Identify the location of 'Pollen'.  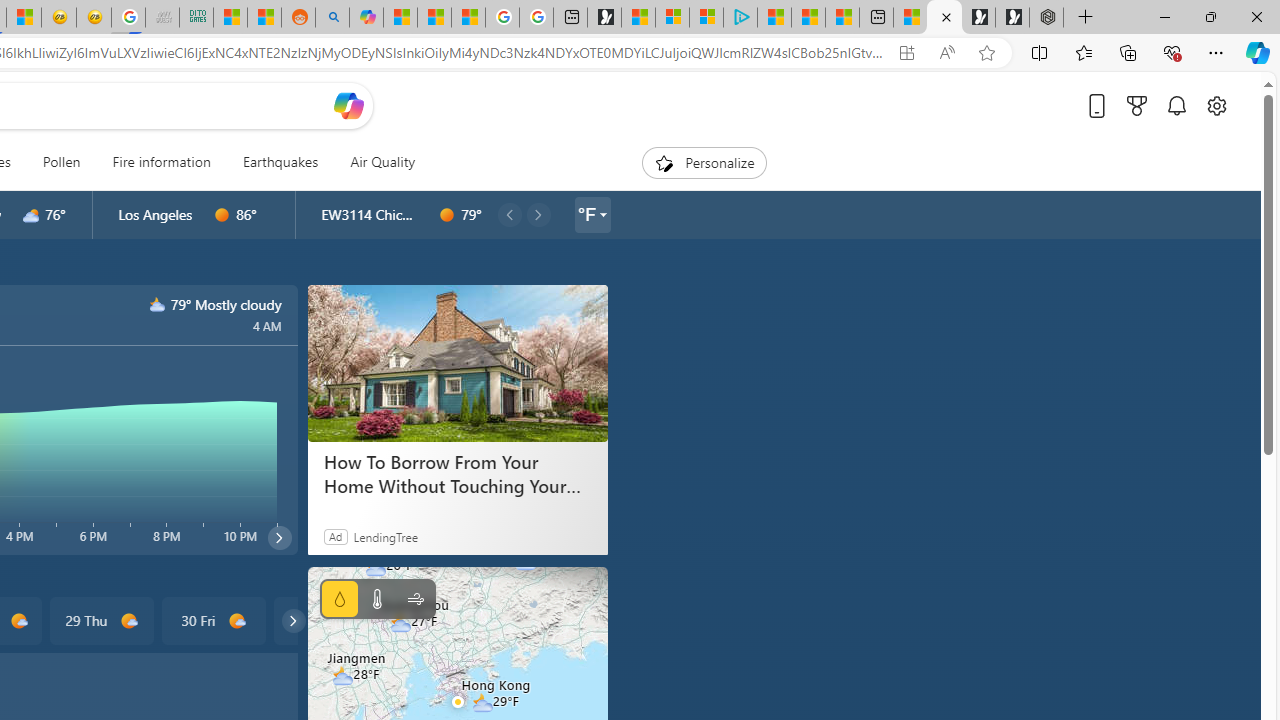
(61, 162).